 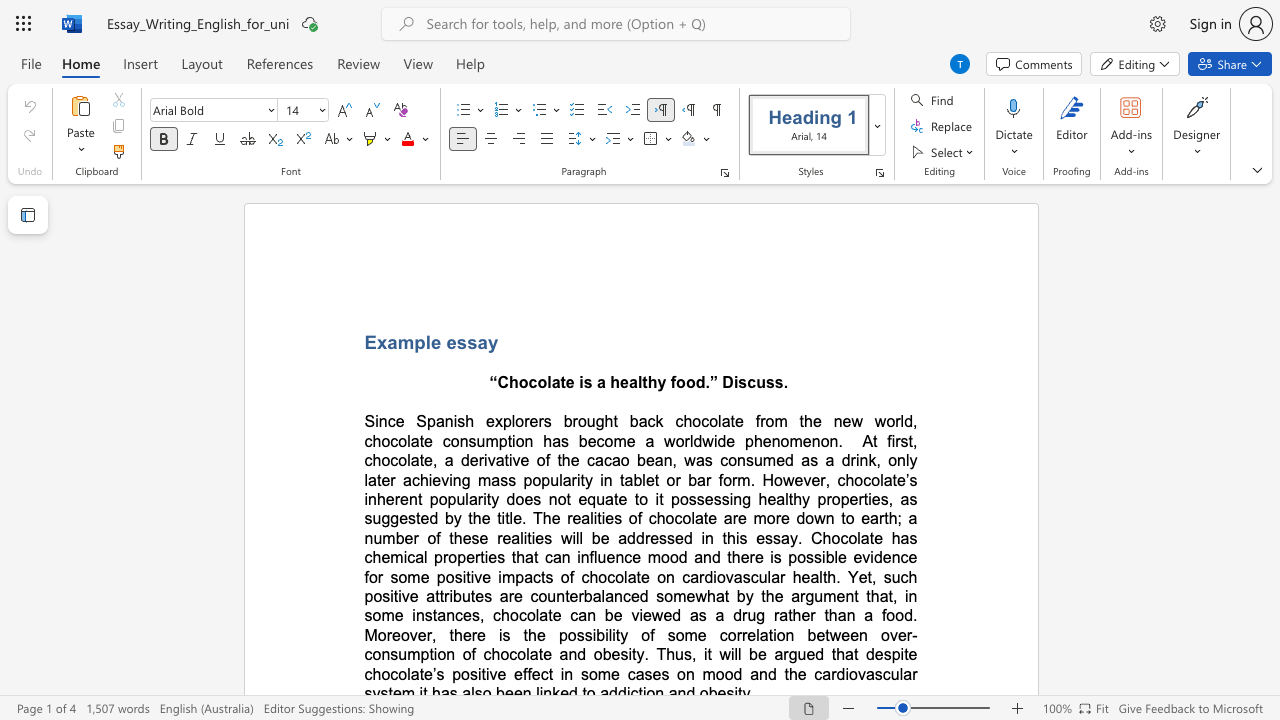 I want to click on the space between the continuous character "p" and "l" in the text, so click(x=423, y=341).